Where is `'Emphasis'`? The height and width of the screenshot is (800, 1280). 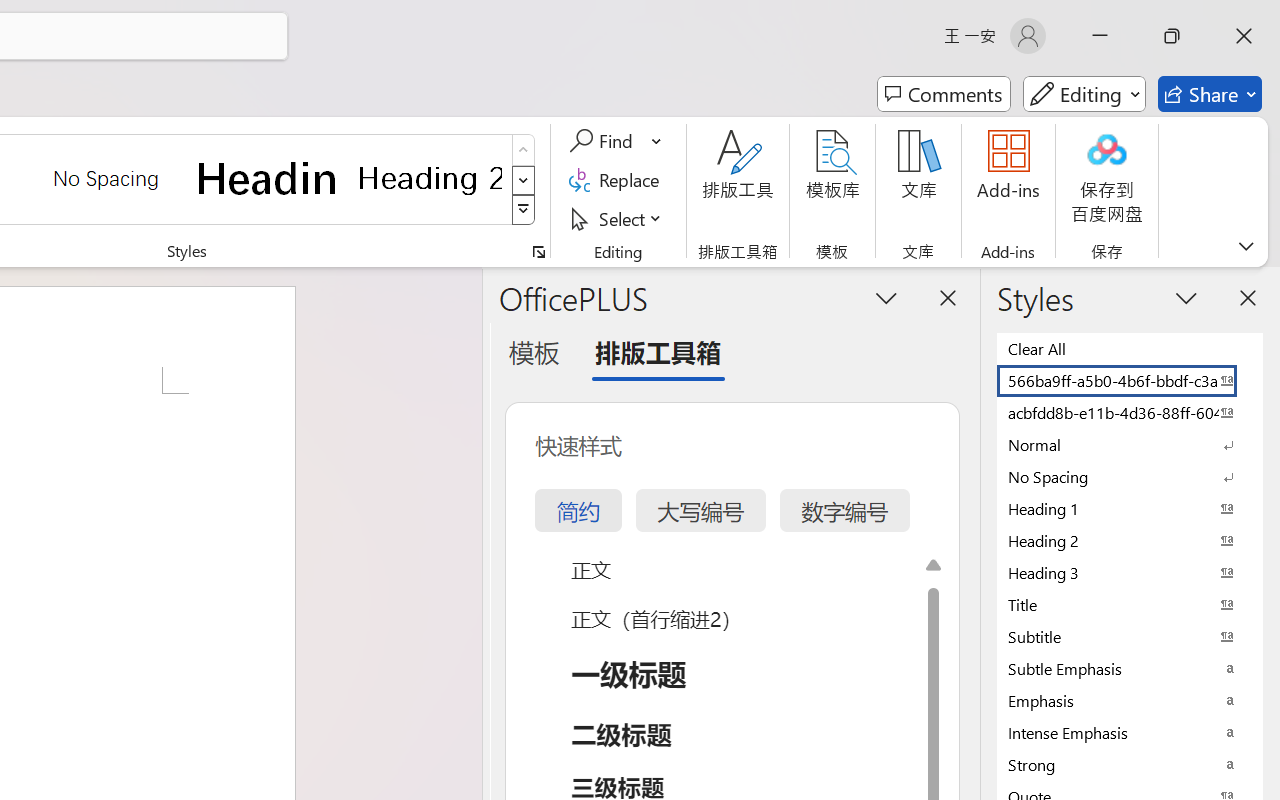 'Emphasis' is located at coordinates (1130, 700).